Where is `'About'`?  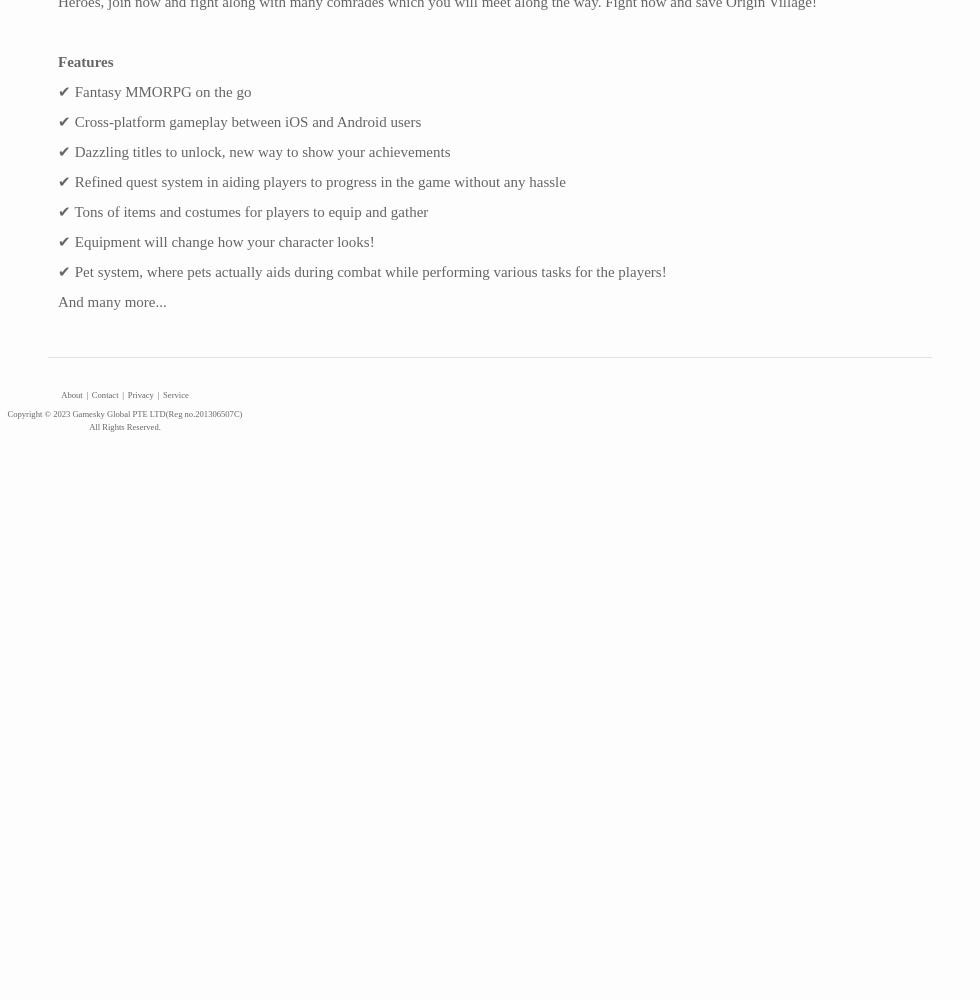
'About' is located at coordinates (71, 394).